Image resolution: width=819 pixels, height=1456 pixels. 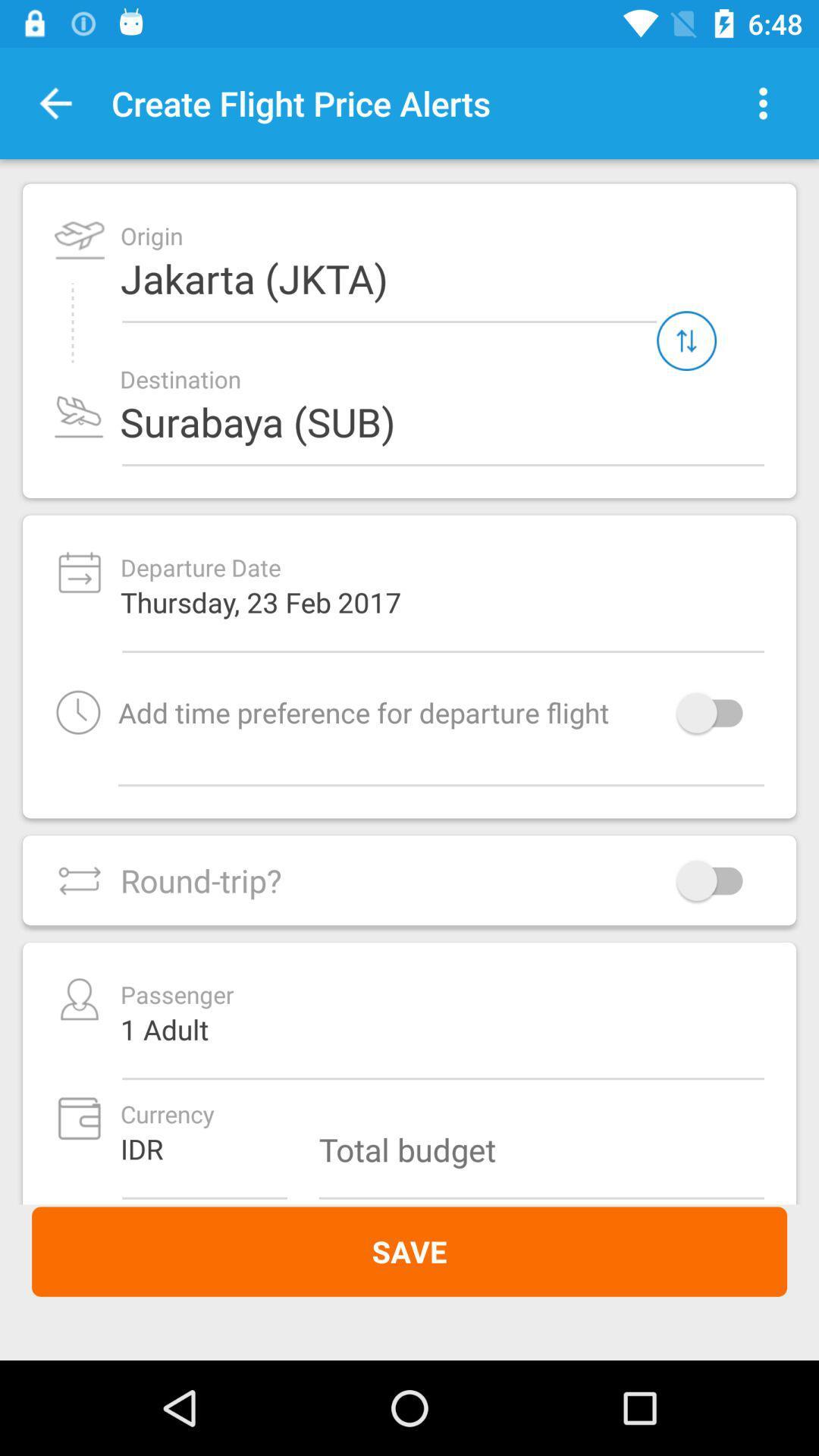 What do you see at coordinates (717, 711) in the screenshot?
I see `turn on` at bounding box center [717, 711].